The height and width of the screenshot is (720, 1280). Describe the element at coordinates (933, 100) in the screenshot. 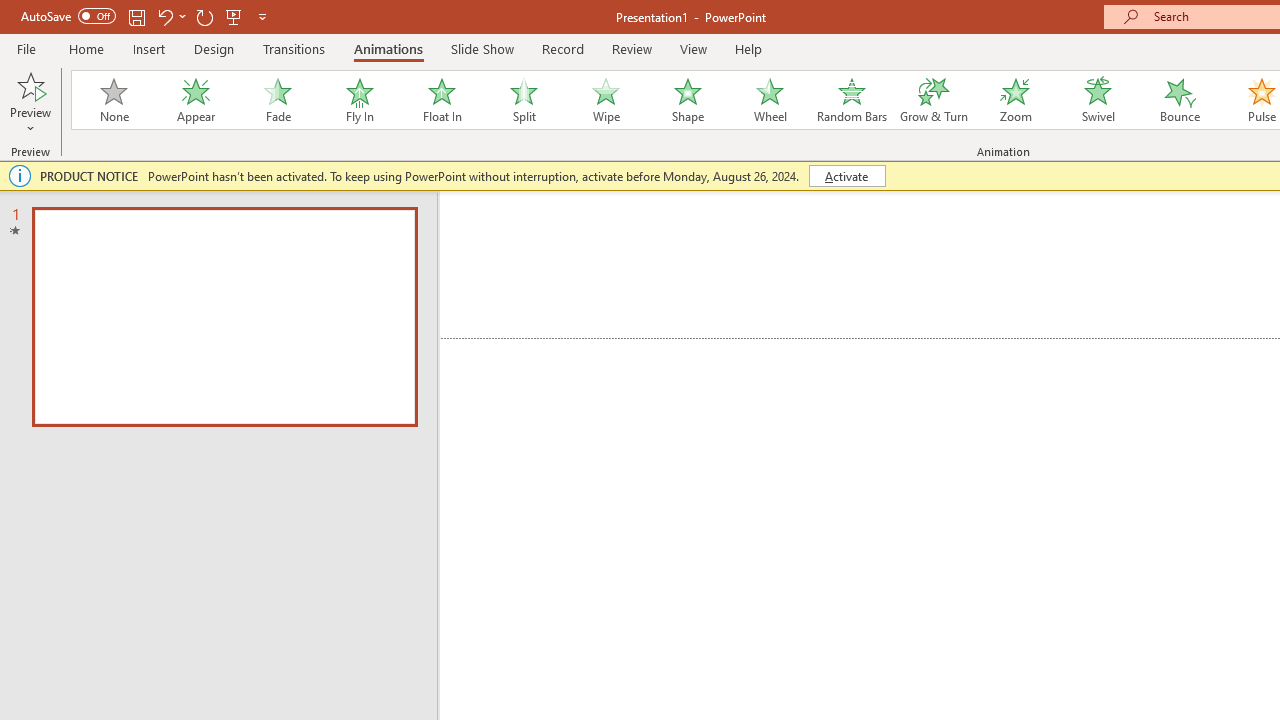

I see `'Grow & Turn'` at that location.